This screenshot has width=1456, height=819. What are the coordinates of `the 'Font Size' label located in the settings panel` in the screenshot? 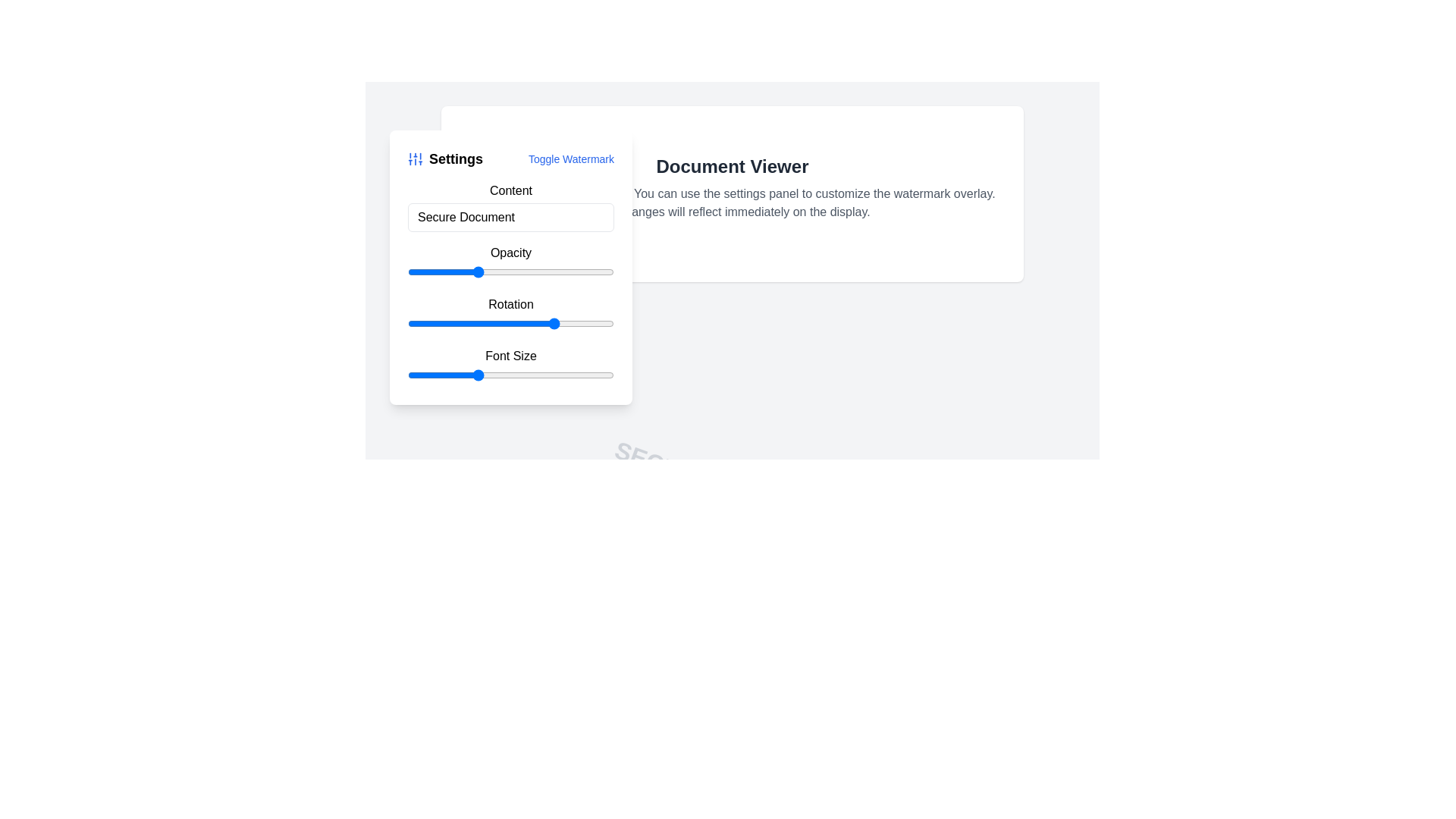 It's located at (510, 356).